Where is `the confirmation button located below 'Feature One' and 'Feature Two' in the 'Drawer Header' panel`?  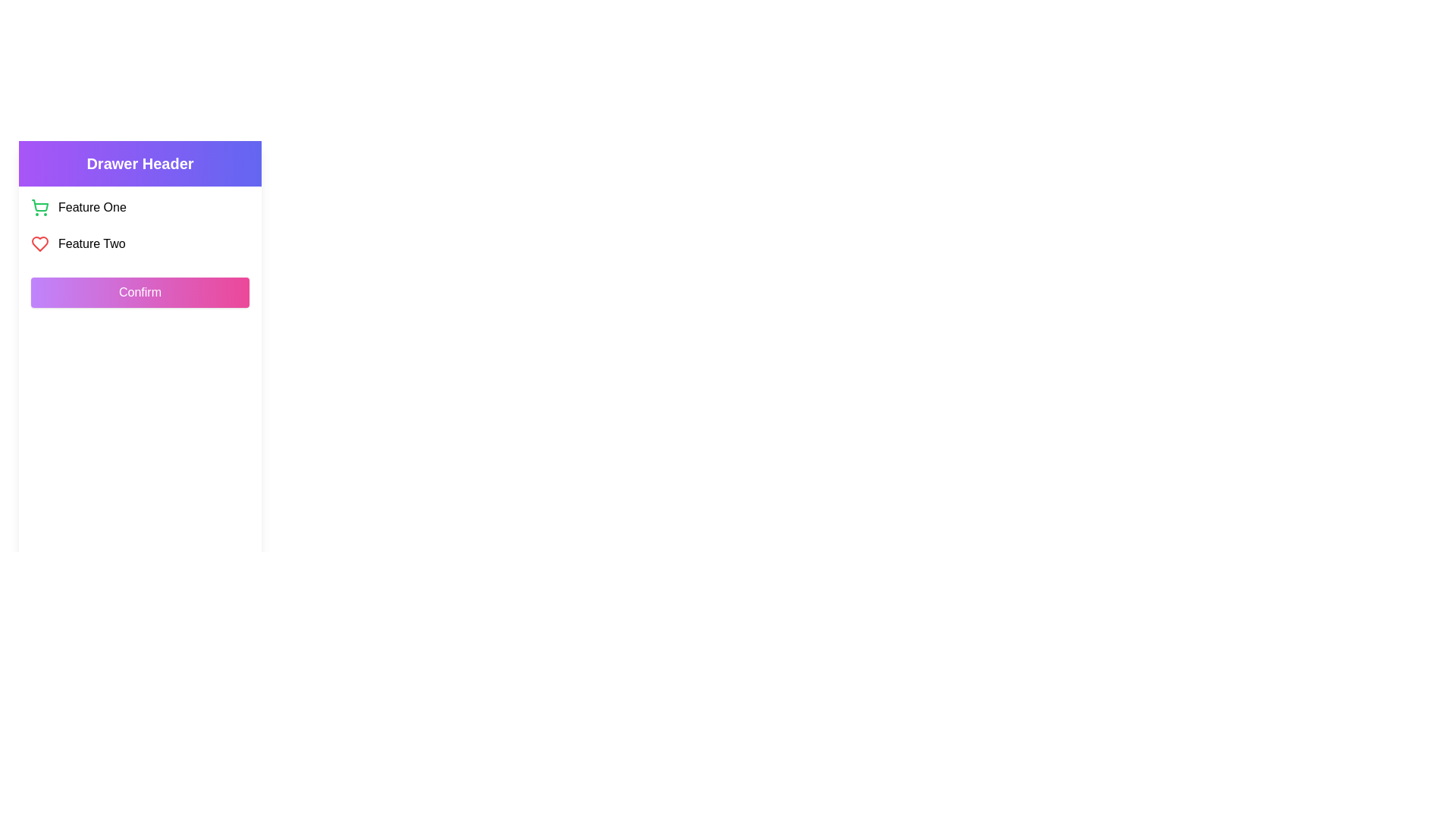 the confirmation button located below 'Feature One' and 'Feature Two' in the 'Drawer Header' panel is located at coordinates (140, 292).